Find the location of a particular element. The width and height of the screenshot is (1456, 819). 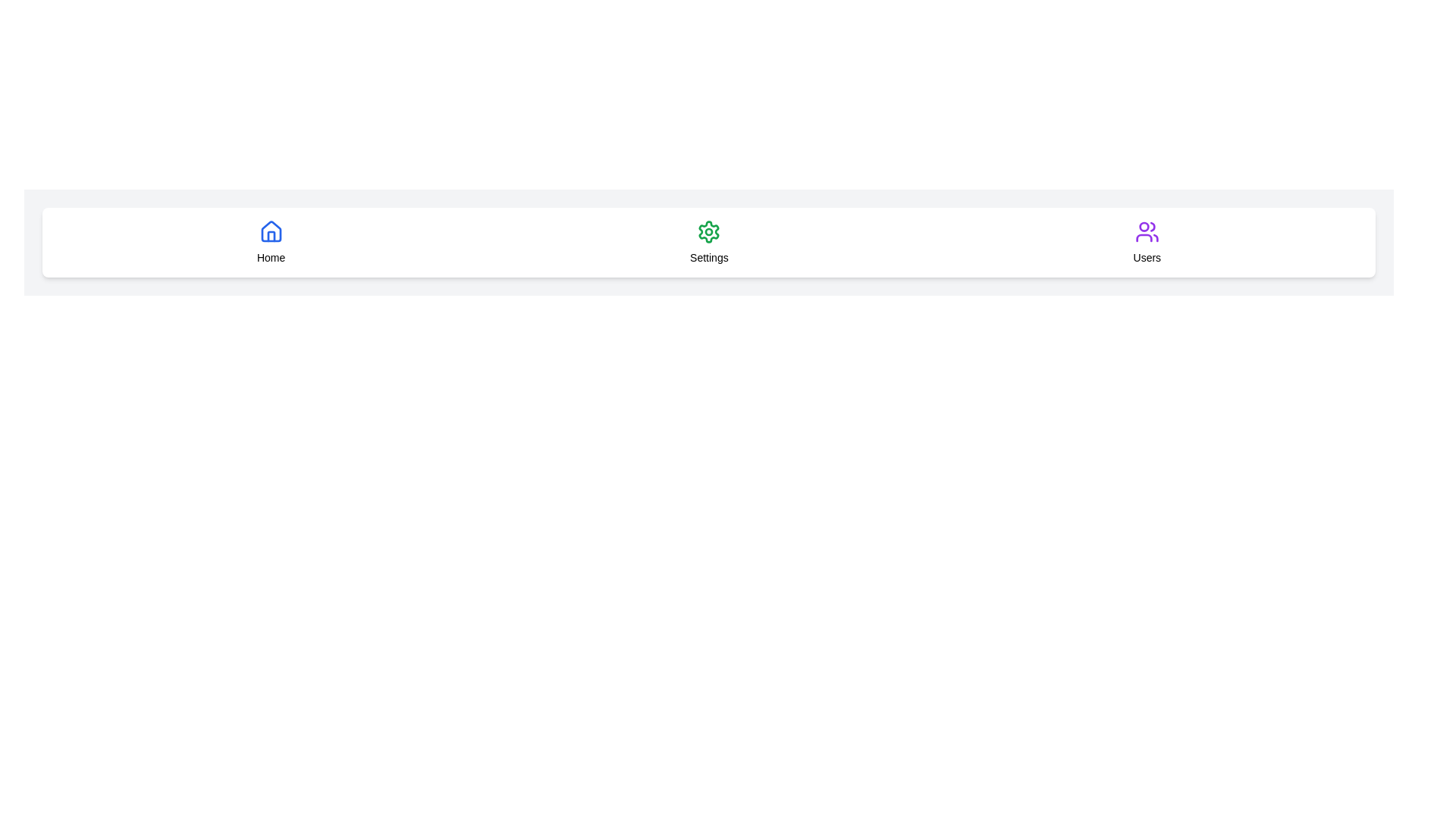

the group of people icon in the 'Users' section is located at coordinates (1147, 231).